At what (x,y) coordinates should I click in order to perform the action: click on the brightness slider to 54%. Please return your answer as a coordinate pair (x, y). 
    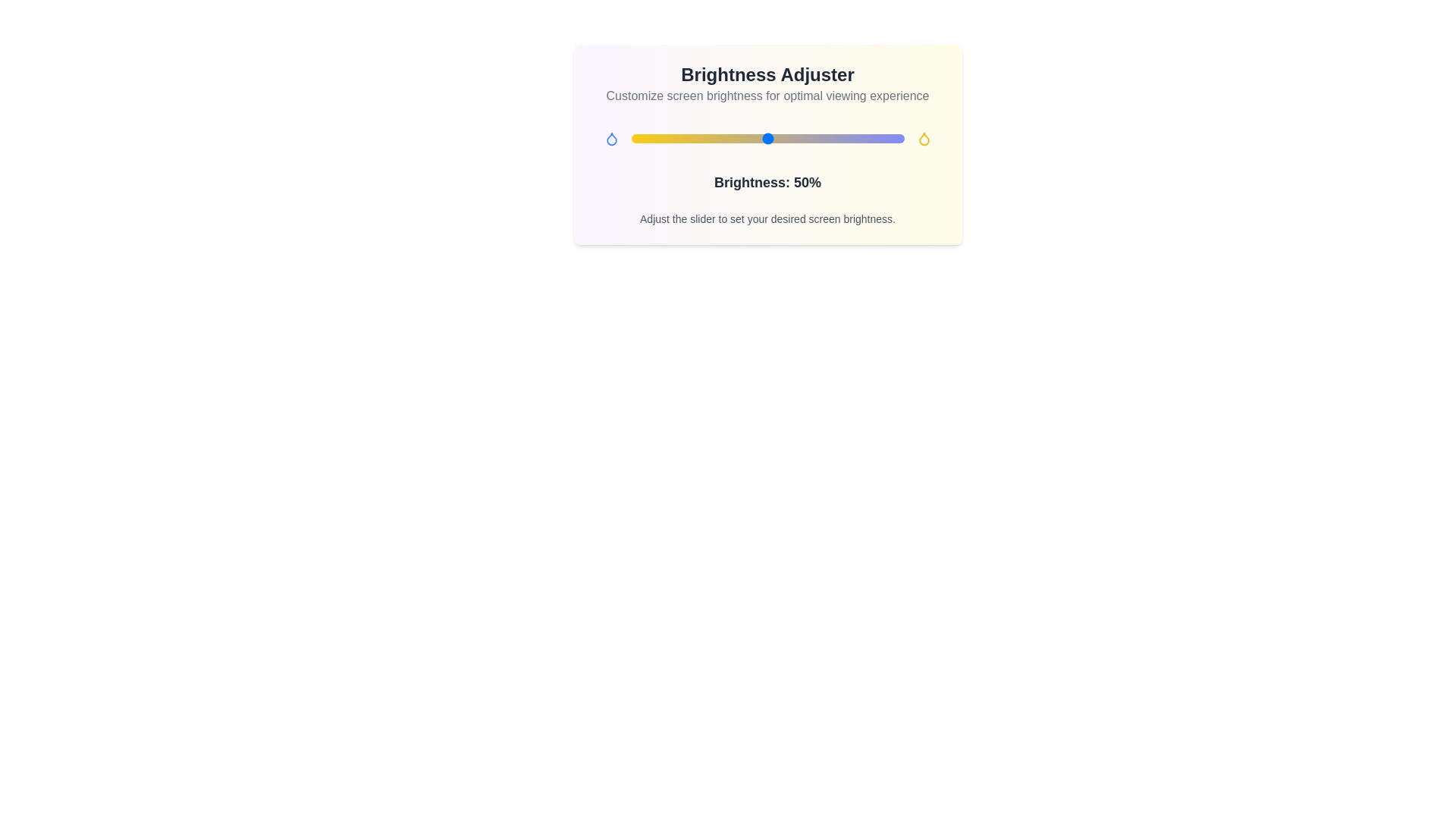
    Looking at the image, I should click on (778, 138).